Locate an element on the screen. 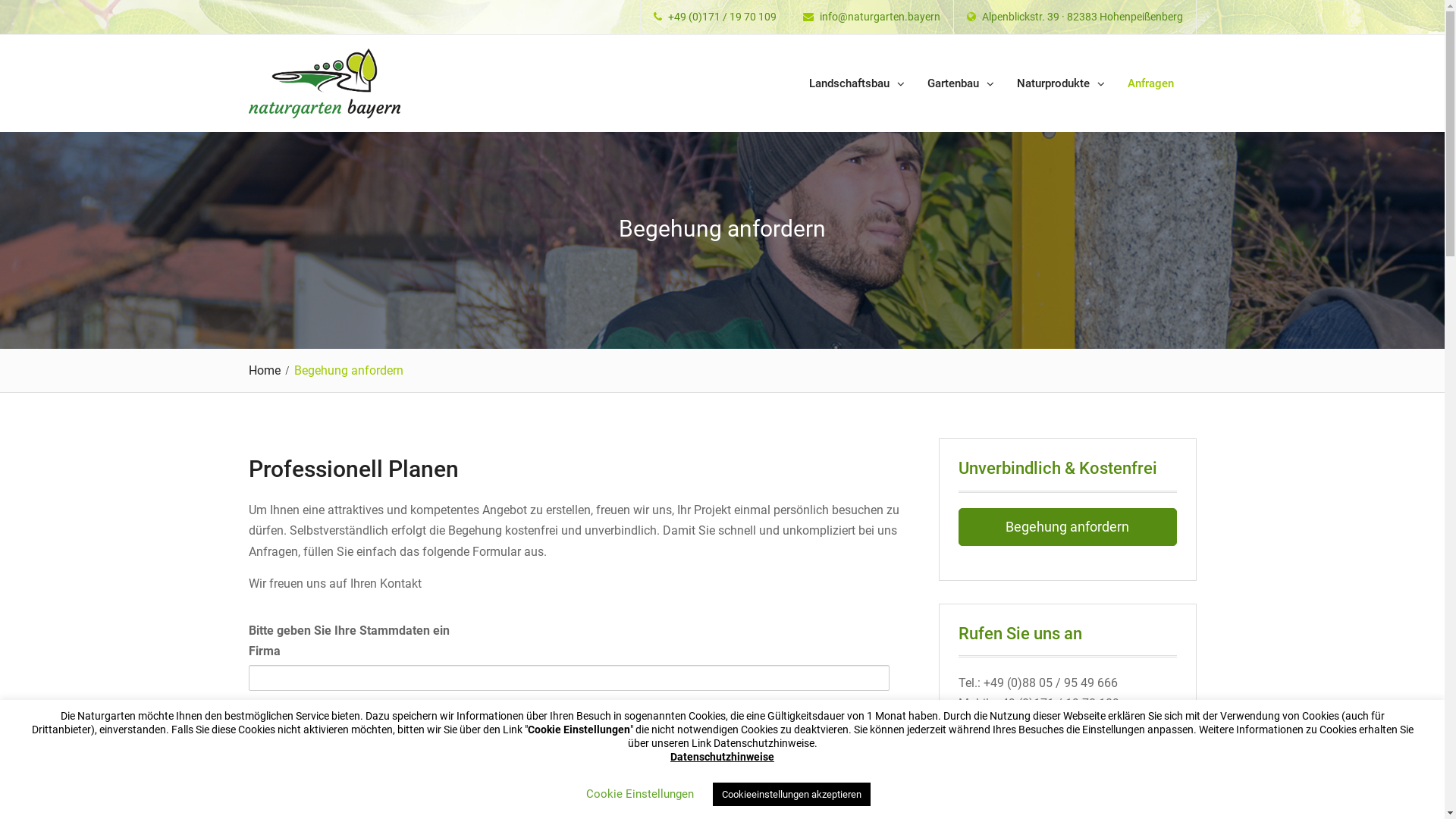 The height and width of the screenshot is (819, 1456). 'Anfragen' is located at coordinates (1150, 84).